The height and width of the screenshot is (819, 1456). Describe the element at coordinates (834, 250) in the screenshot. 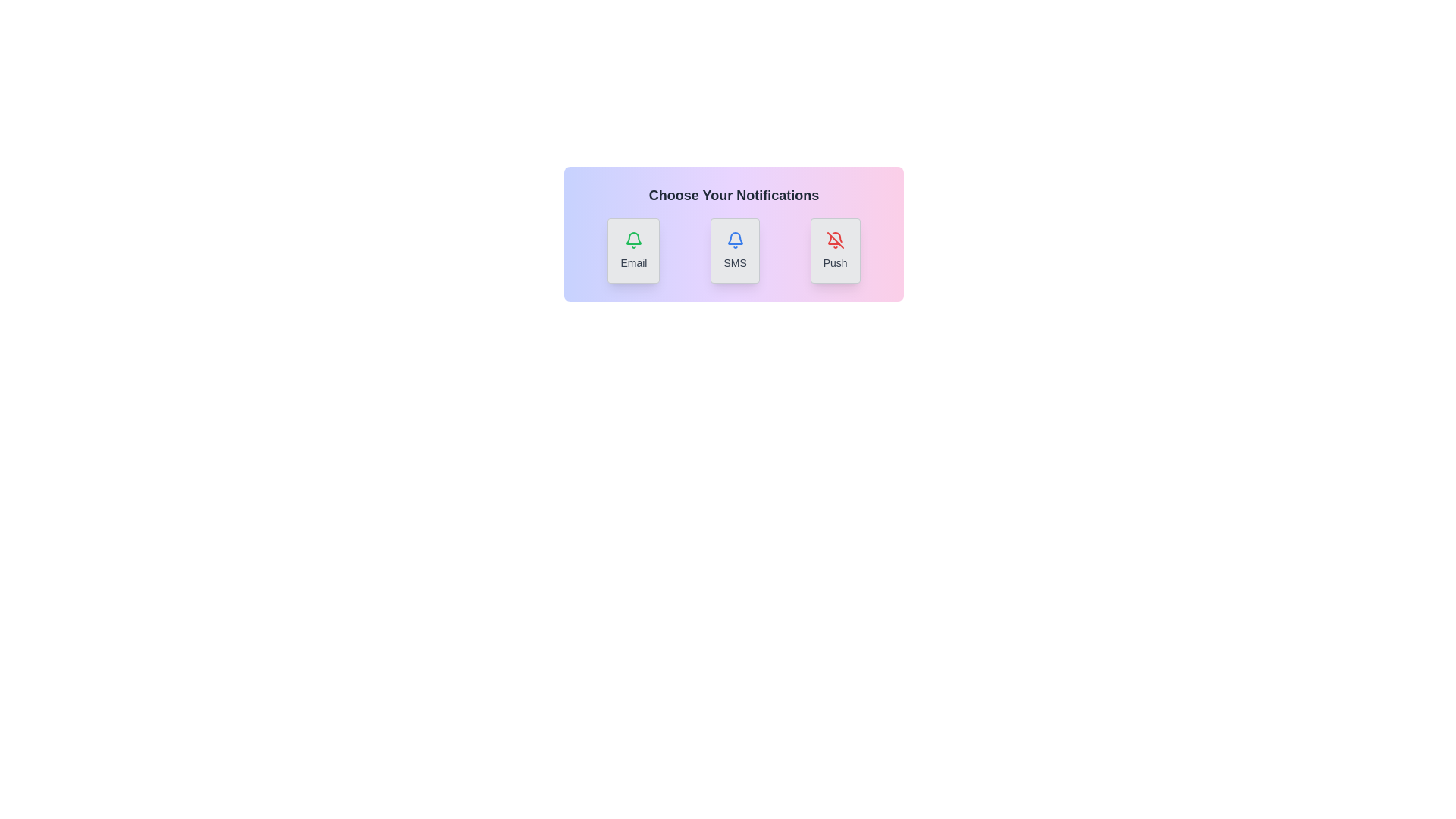

I see `the visual indicator for Push` at that location.